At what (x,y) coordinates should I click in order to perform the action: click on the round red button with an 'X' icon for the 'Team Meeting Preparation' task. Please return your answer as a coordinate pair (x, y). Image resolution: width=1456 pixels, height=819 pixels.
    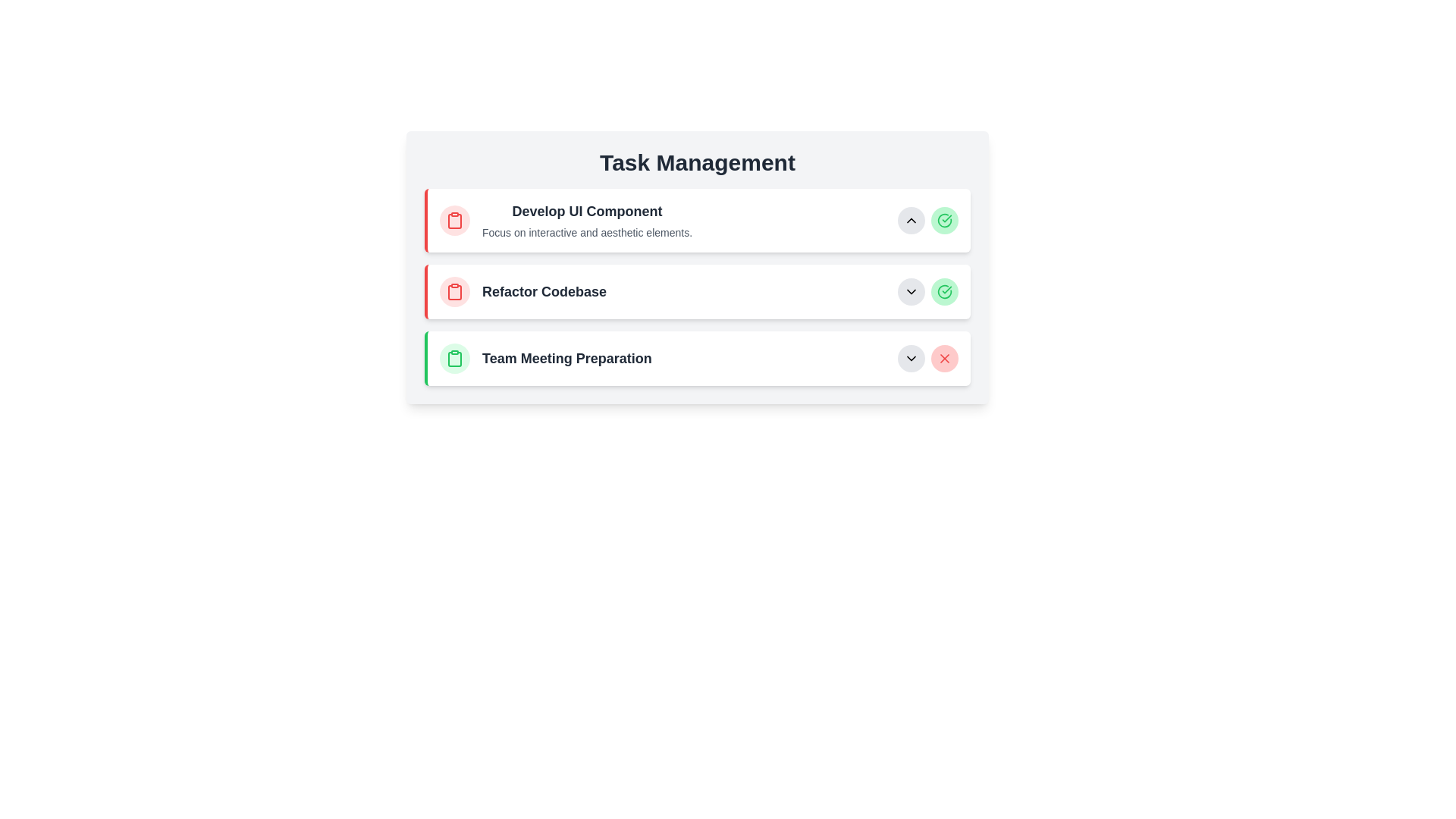
    Looking at the image, I should click on (944, 359).